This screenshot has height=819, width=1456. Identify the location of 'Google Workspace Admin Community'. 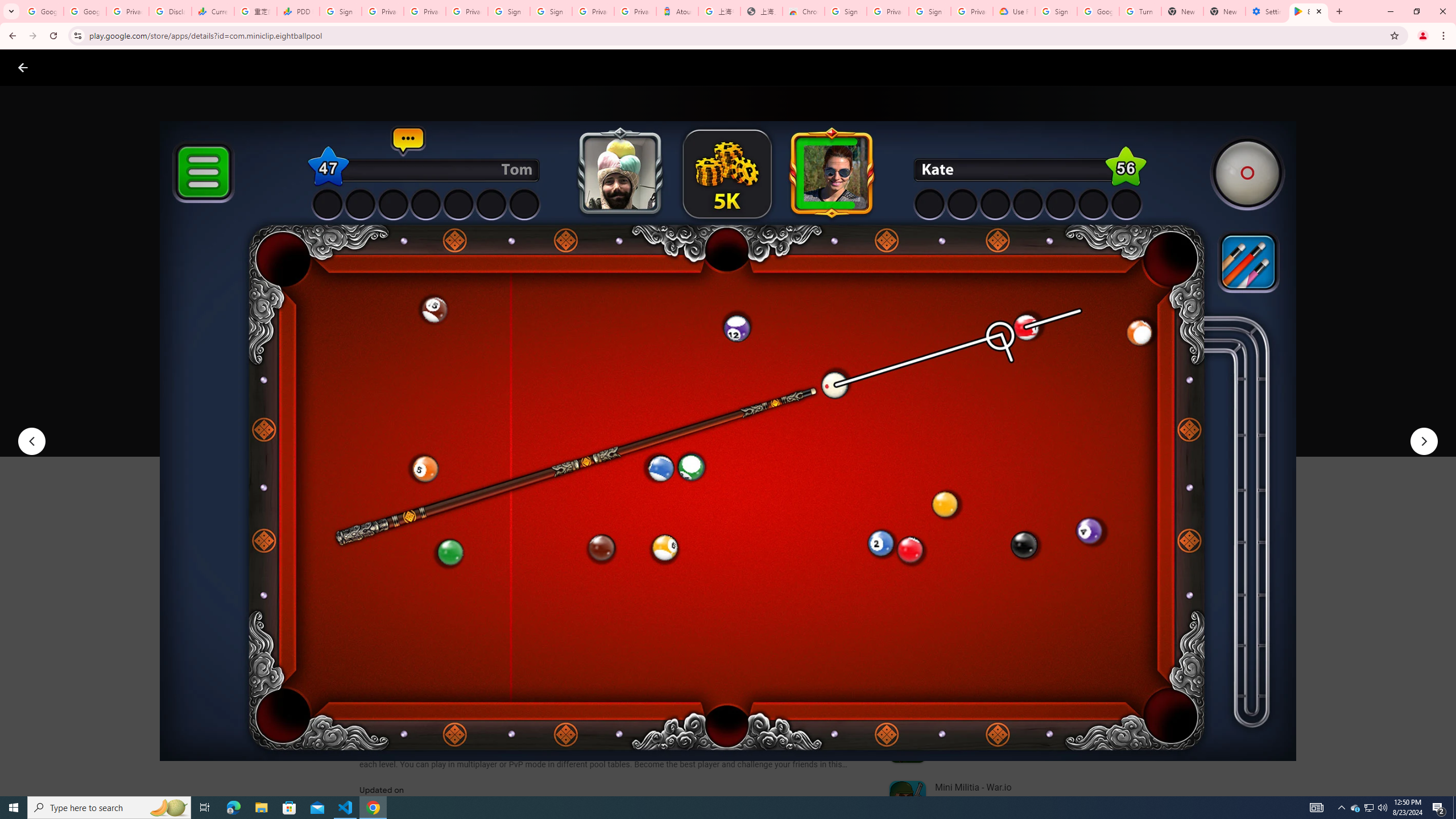
(42, 11).